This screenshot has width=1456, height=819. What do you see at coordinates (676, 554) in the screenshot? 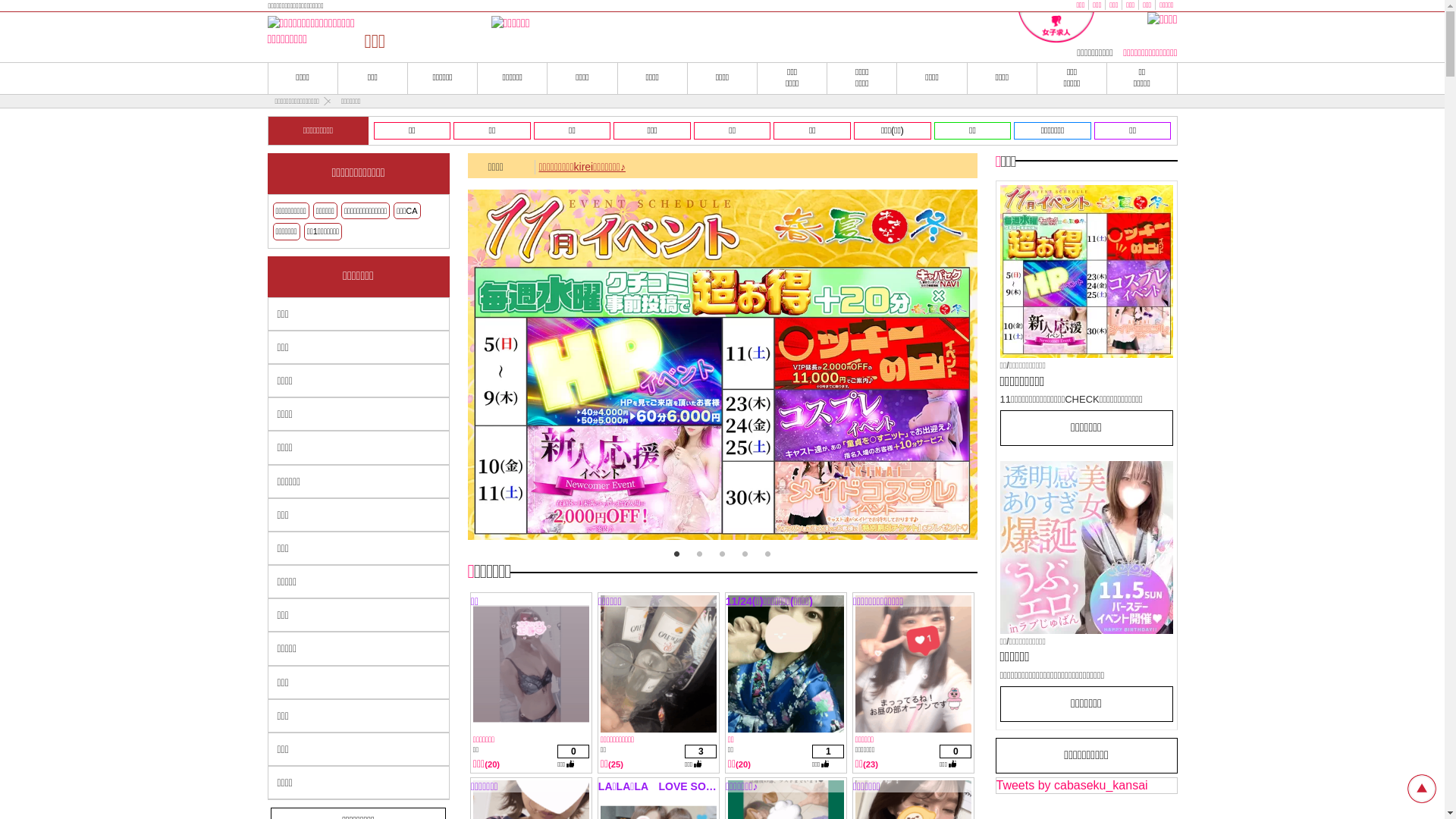
I see `'1'` at bounding box center [676, 554].